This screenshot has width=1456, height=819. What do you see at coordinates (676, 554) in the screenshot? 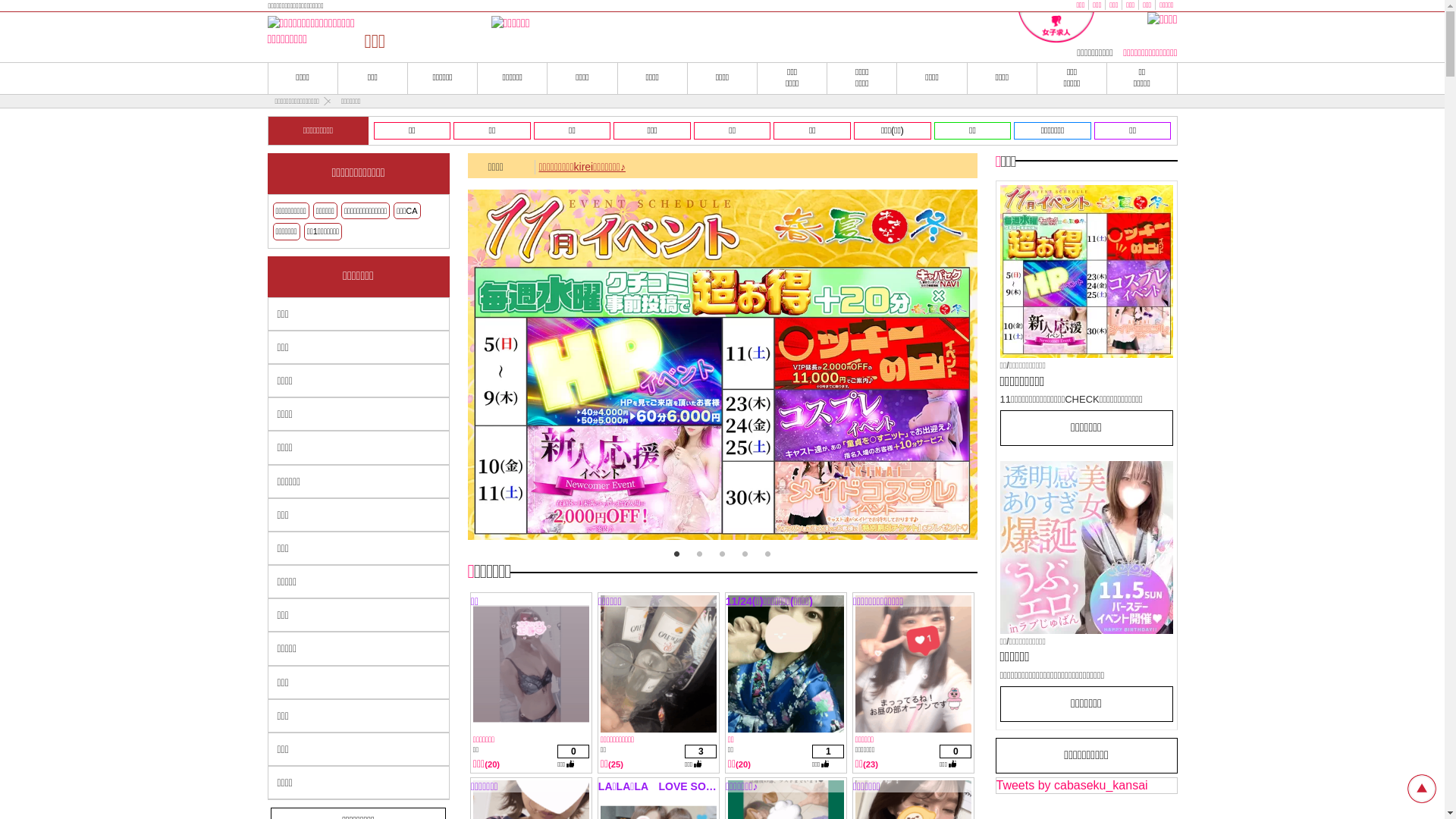
I see `'1'` at bounding box center [676, 554].